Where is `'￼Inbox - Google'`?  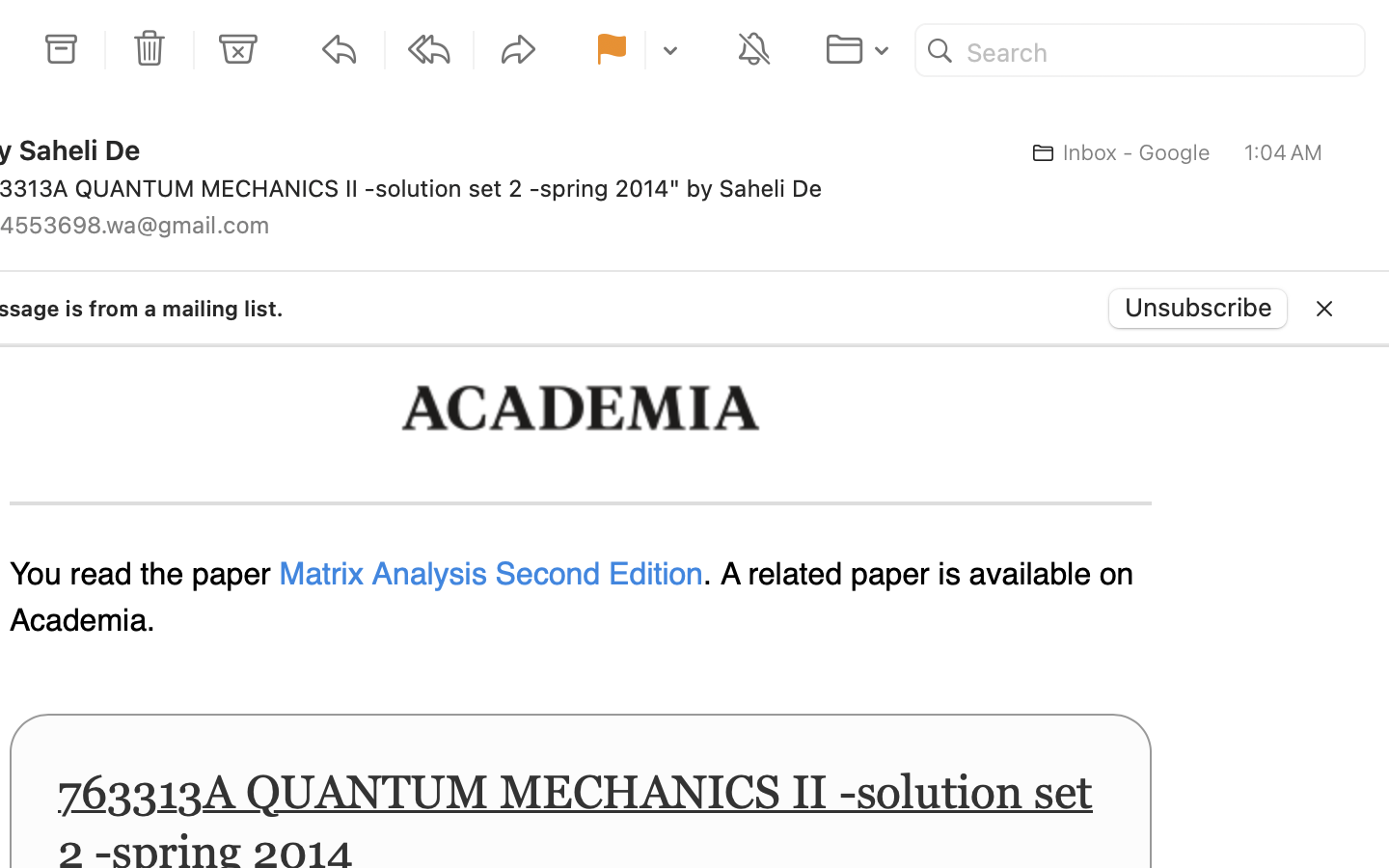
'￼Inbox - Google' is located at coordinates (1115, 152).